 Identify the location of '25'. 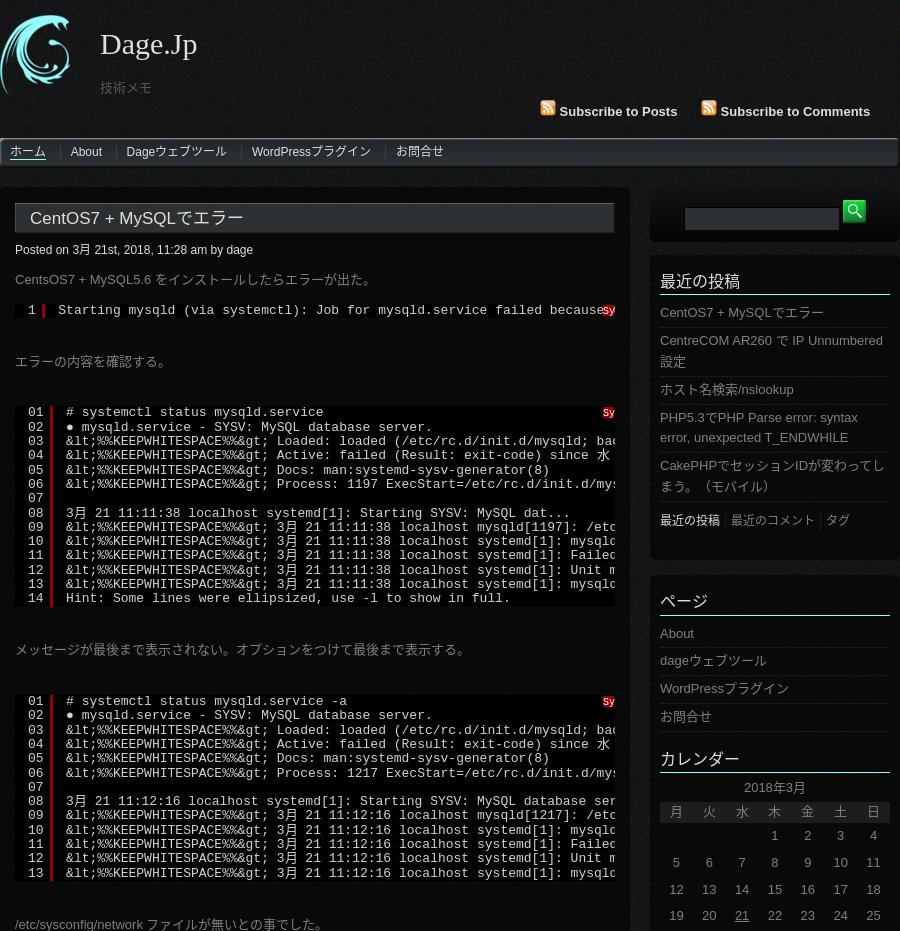
(873, 915).